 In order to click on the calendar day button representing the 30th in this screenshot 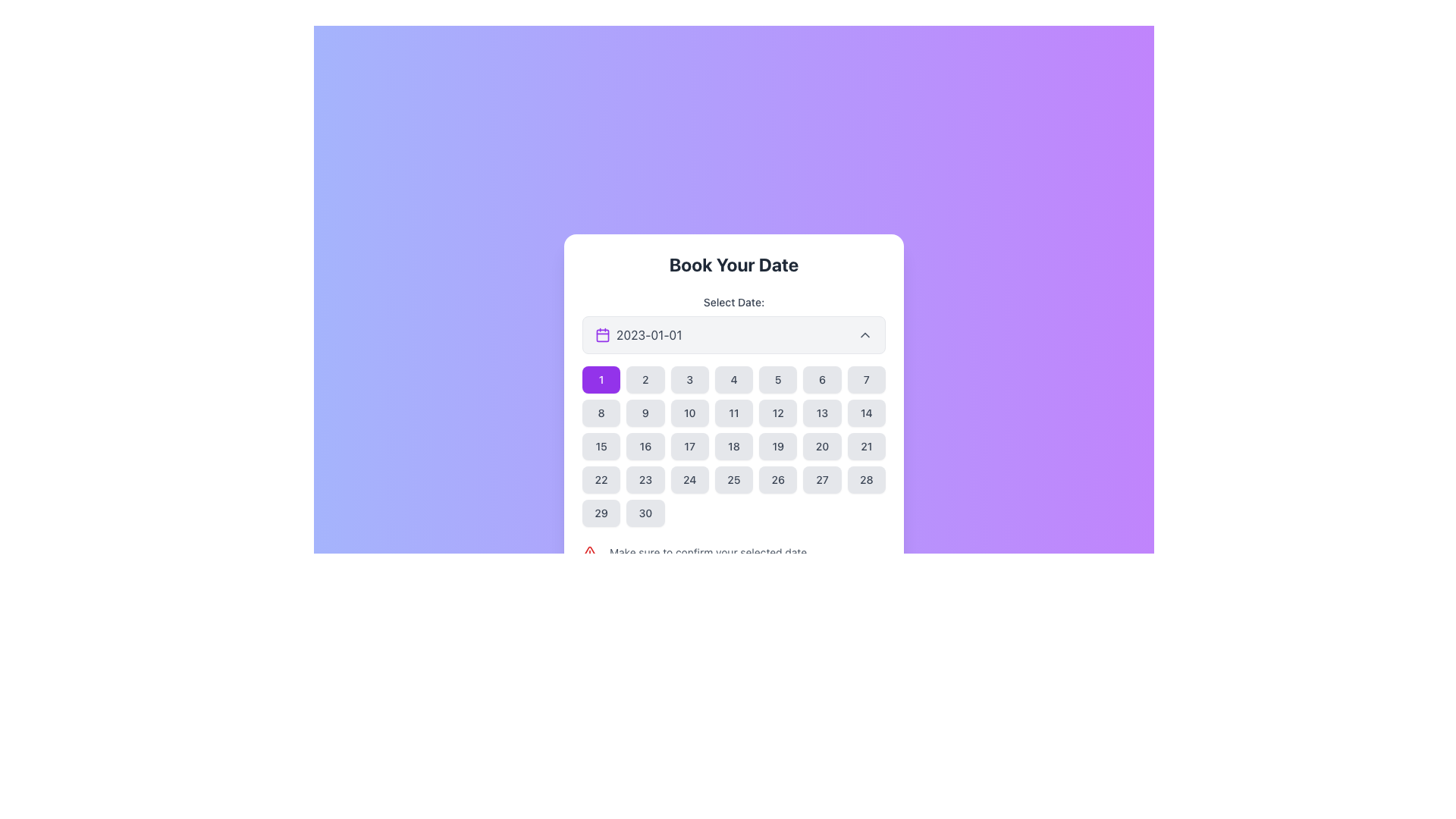, I will do `click(645, 513)`.